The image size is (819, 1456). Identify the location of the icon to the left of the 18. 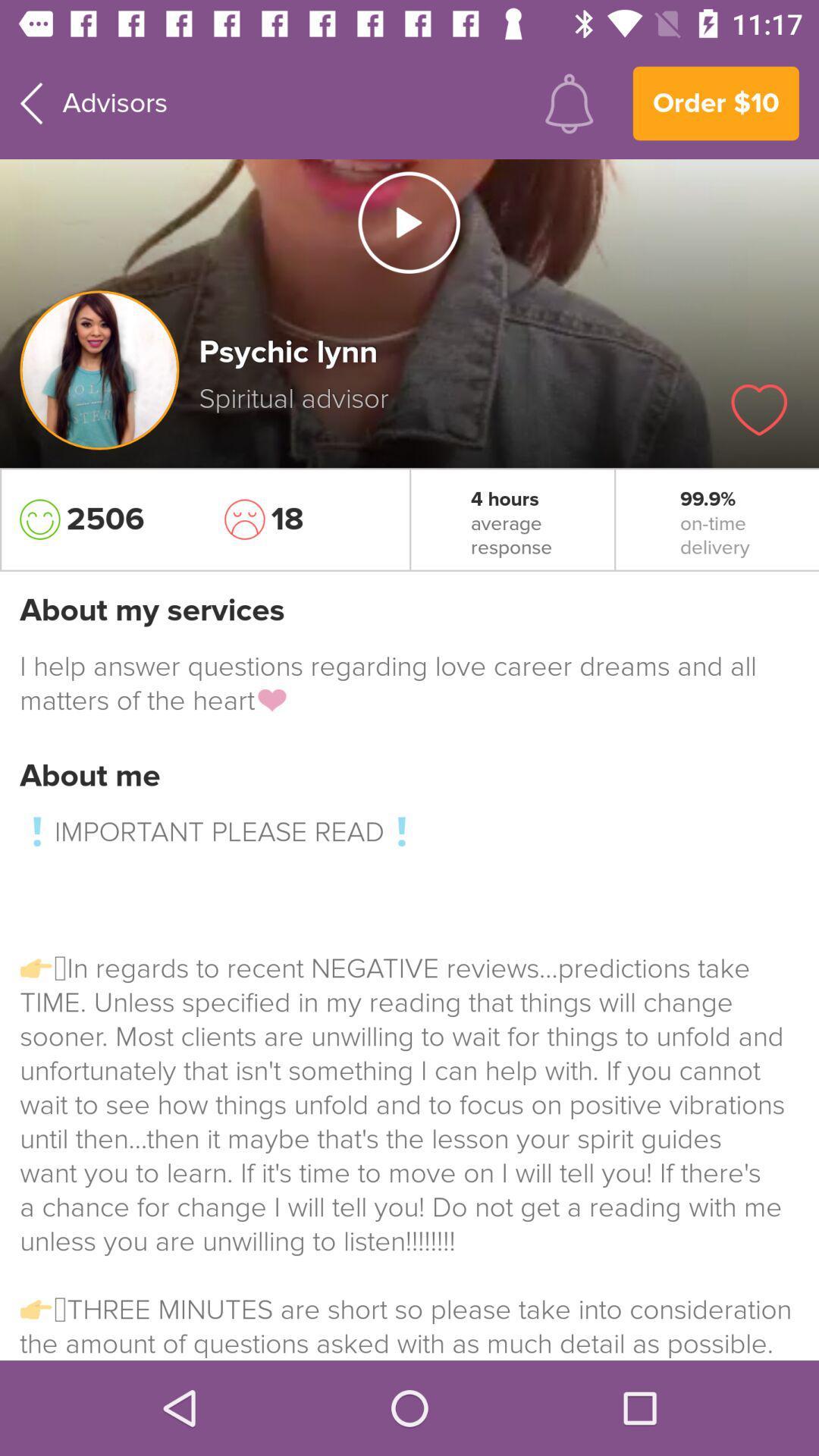
(102, 519).